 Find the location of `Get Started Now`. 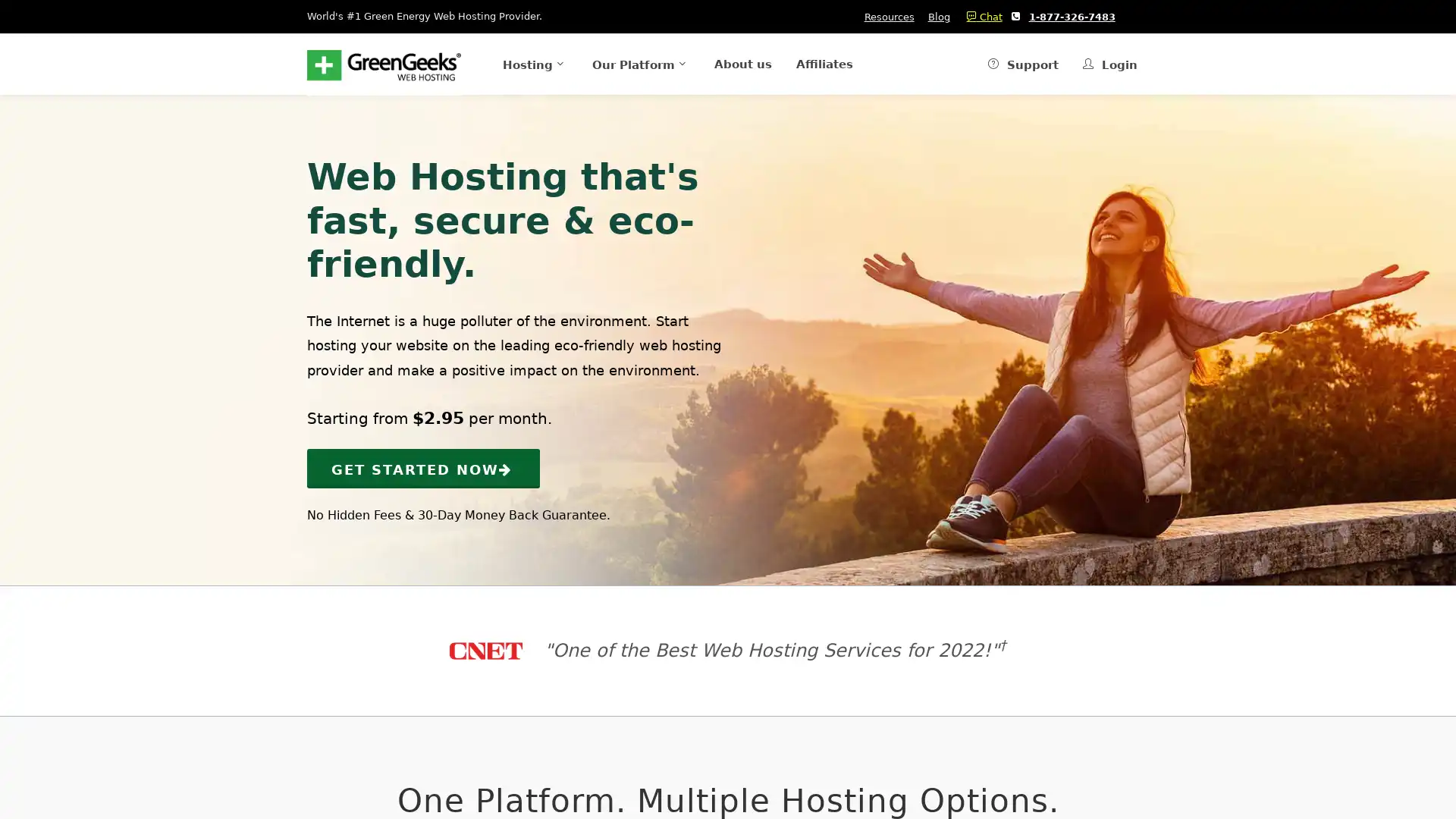

Get Started Now is located at coordinates (423, 467).